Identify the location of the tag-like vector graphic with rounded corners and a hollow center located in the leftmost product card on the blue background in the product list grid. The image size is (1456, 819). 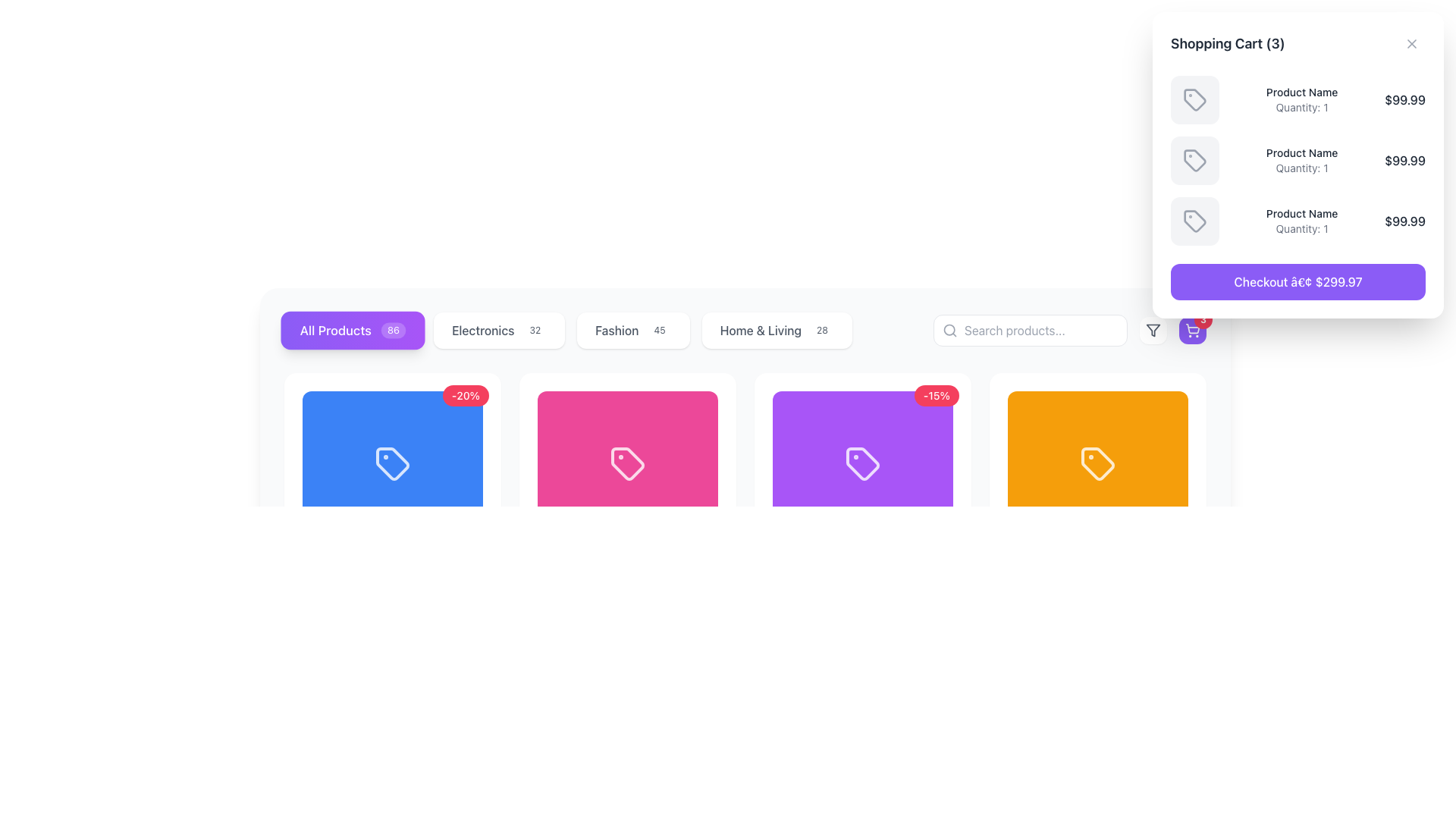
(393, 463).